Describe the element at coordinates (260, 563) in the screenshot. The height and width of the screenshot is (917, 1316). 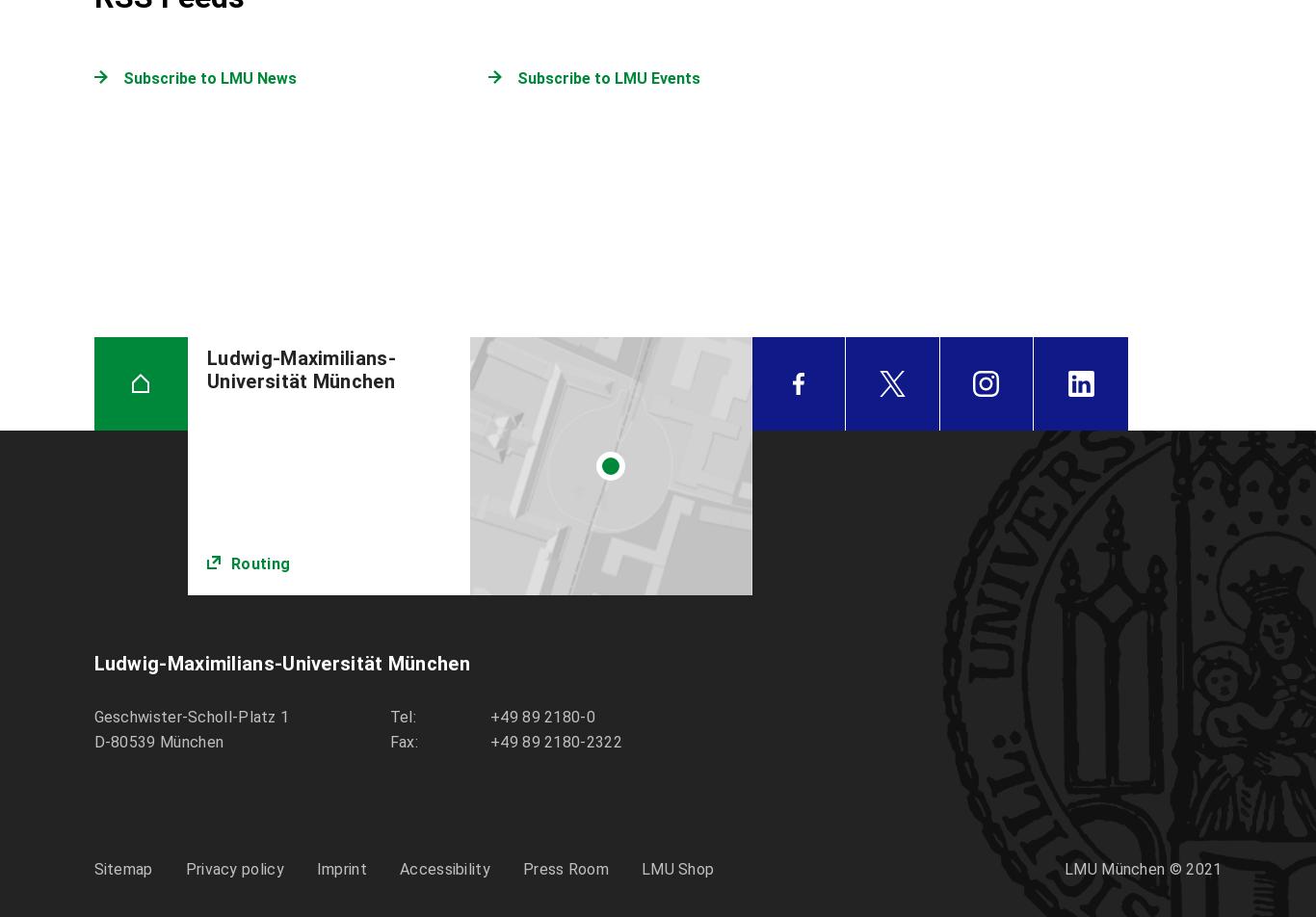
I see `'Routing'` at that location.